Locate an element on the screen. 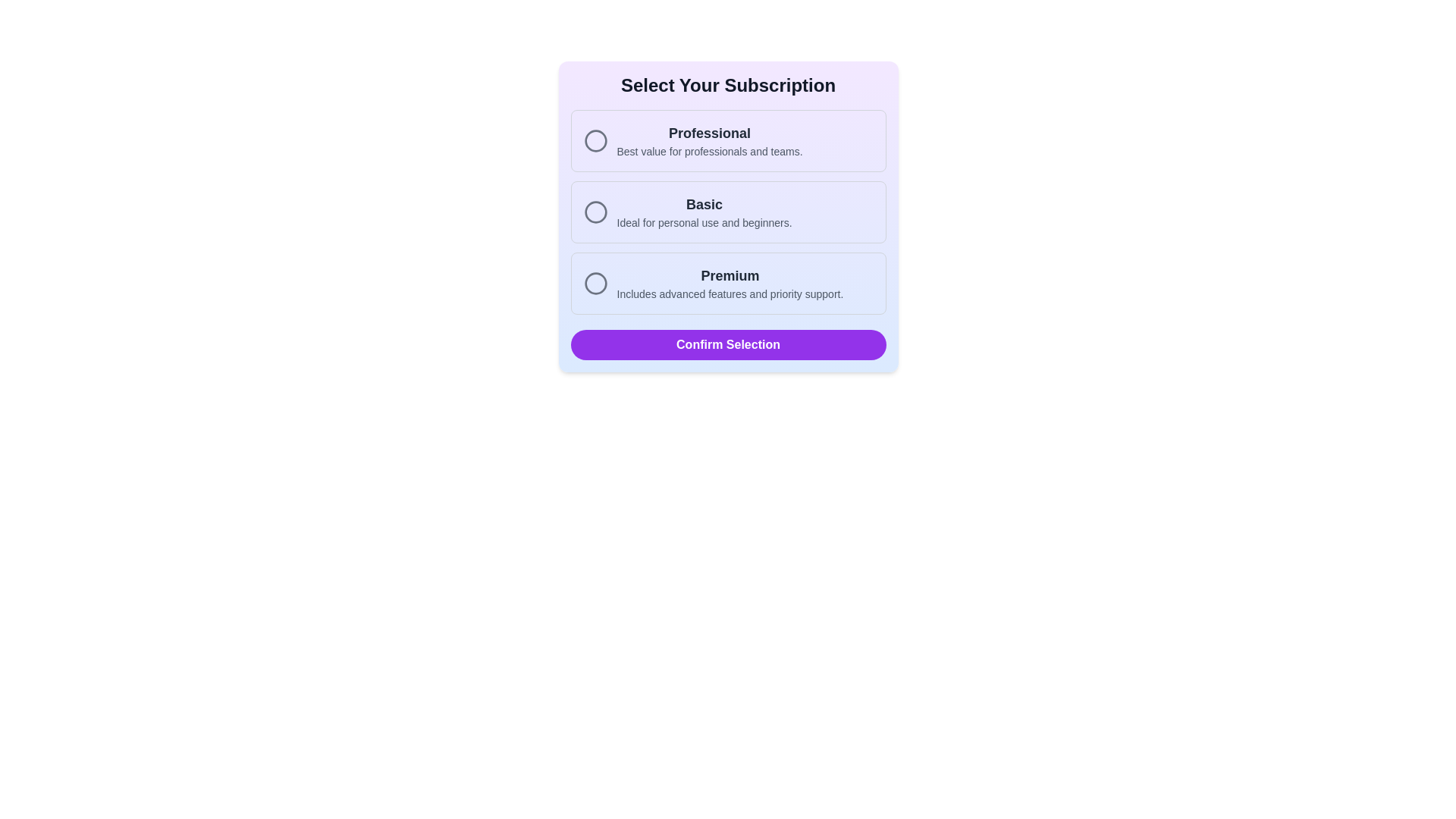  the 'Basic' subscription option in the interactive list is located at coordinates (728, 212).